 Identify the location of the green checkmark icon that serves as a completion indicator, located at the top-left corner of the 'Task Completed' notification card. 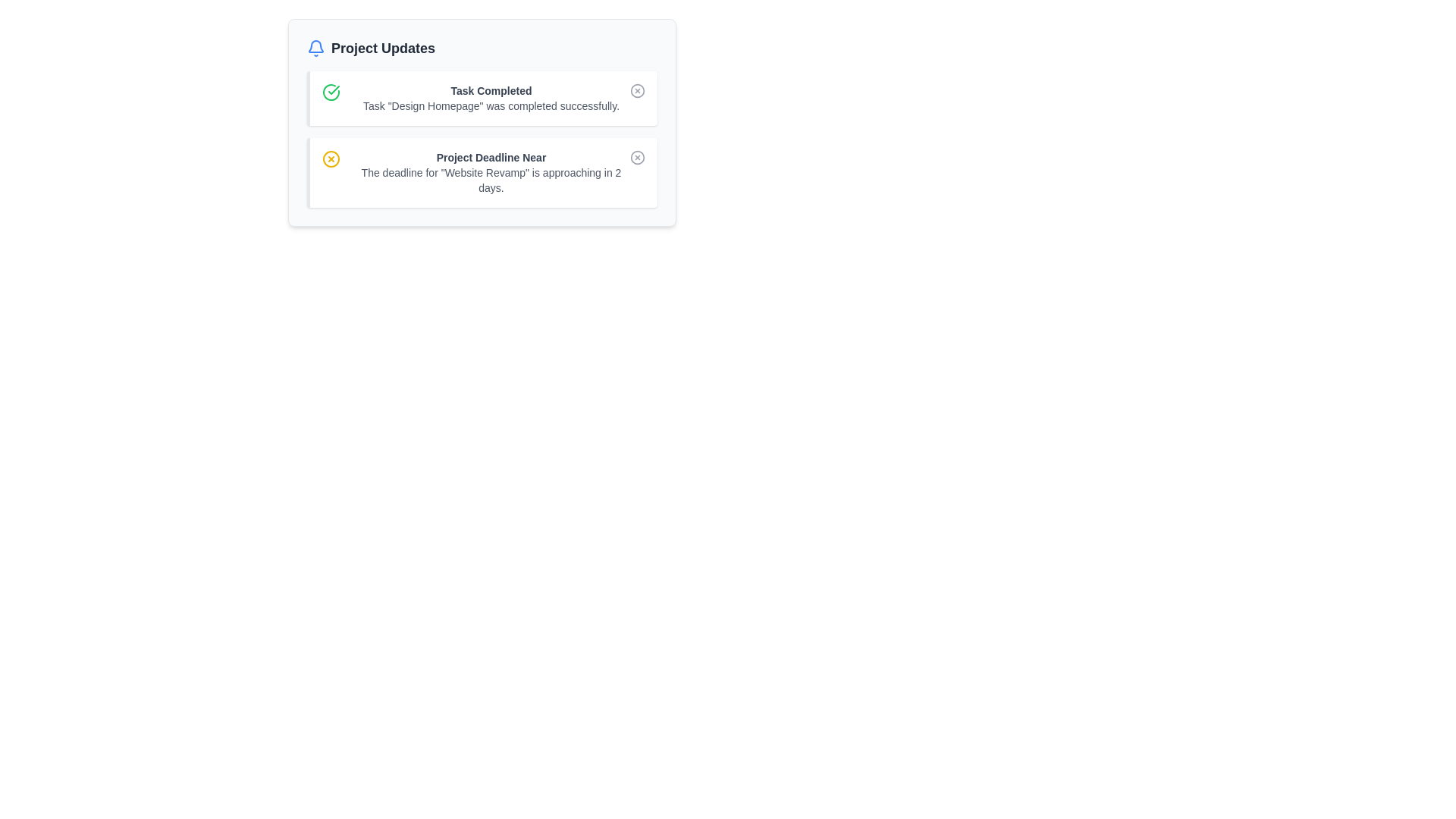
(337, 93).